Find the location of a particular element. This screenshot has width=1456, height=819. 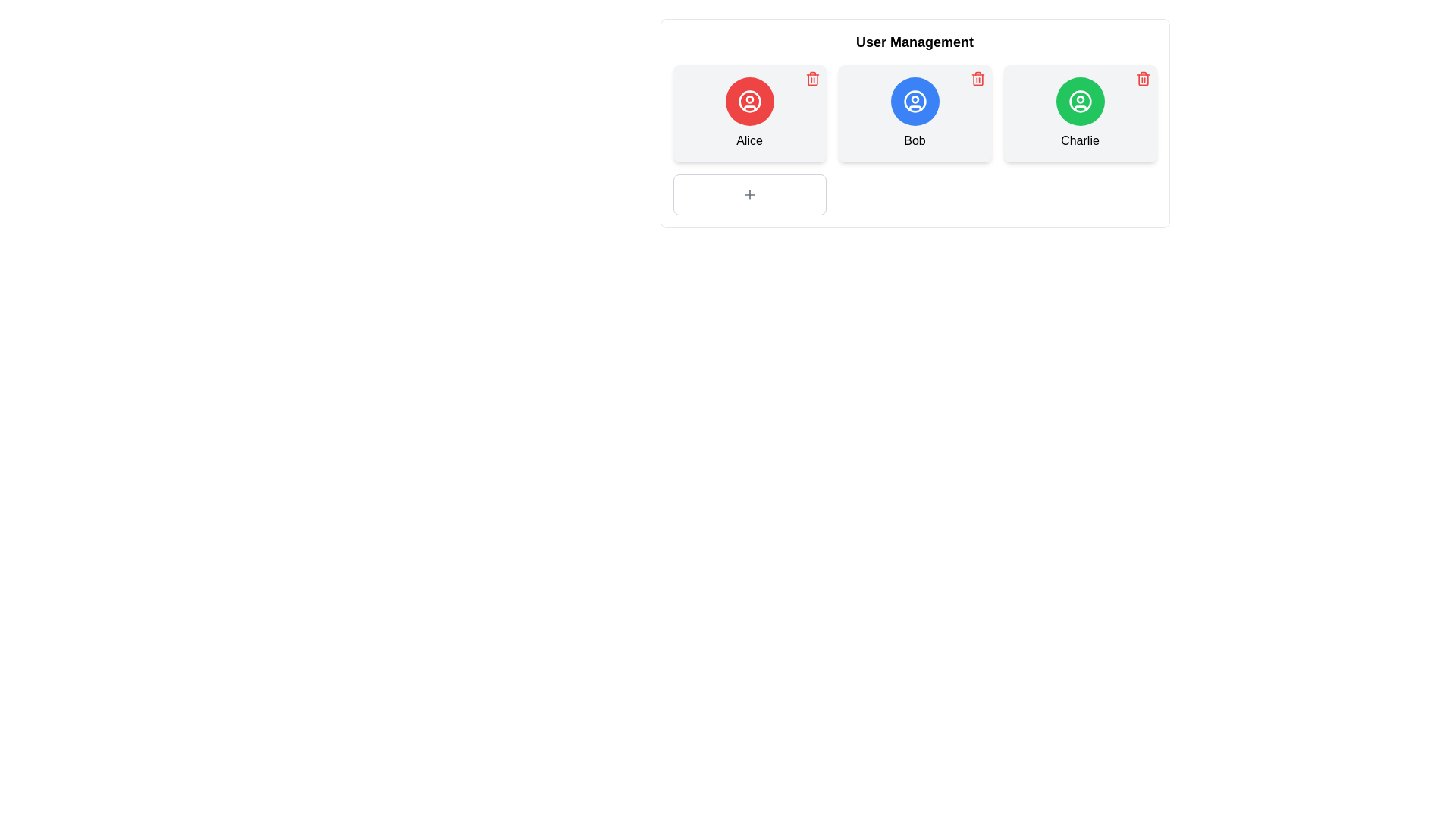

the white outline of a circular user icon set against a green circular background, located in the third card of the 'User Management' section, representing 'Charlie' is located at coordinates (1079, 102).